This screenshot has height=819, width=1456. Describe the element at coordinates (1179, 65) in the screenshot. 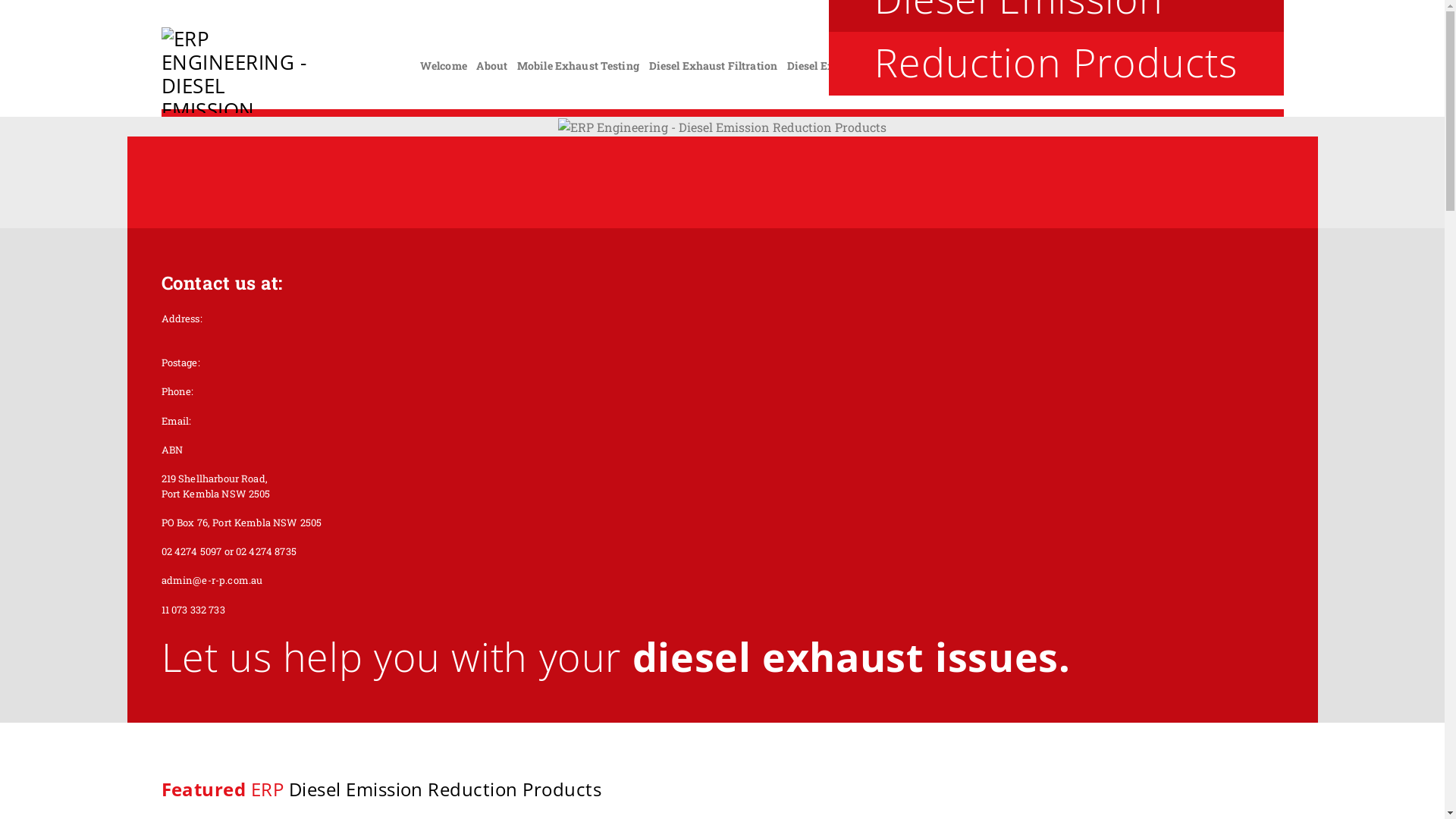

I see `'Useful Links'` at that location.